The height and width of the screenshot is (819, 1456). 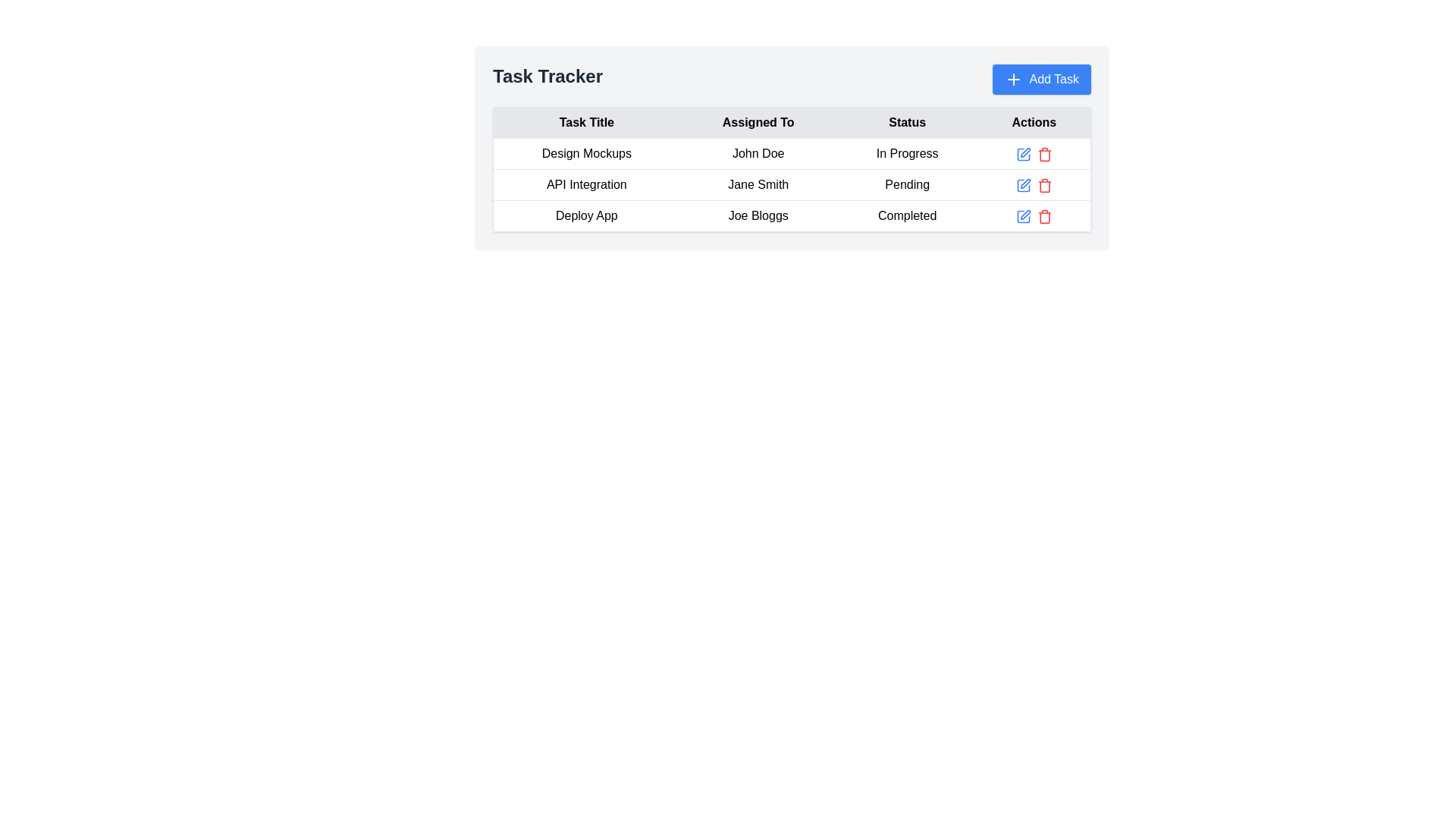 I want to click on the 'Actions' label, which is a bold black text on a light gray background, positioned as the fourth column header in a table layout, so click(x=1033, y=122).